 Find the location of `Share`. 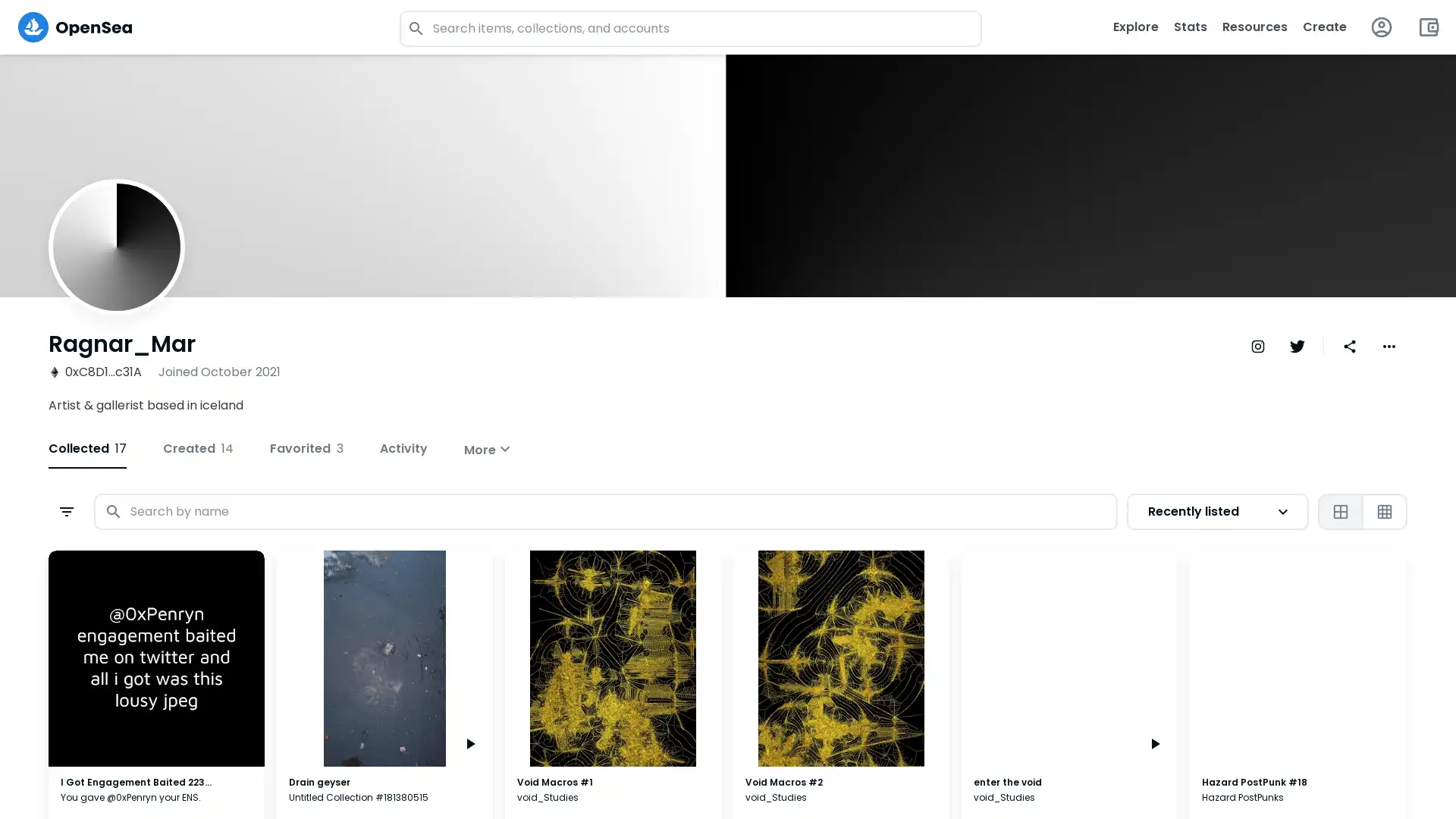

Share is located at coordinates (1350, 345).